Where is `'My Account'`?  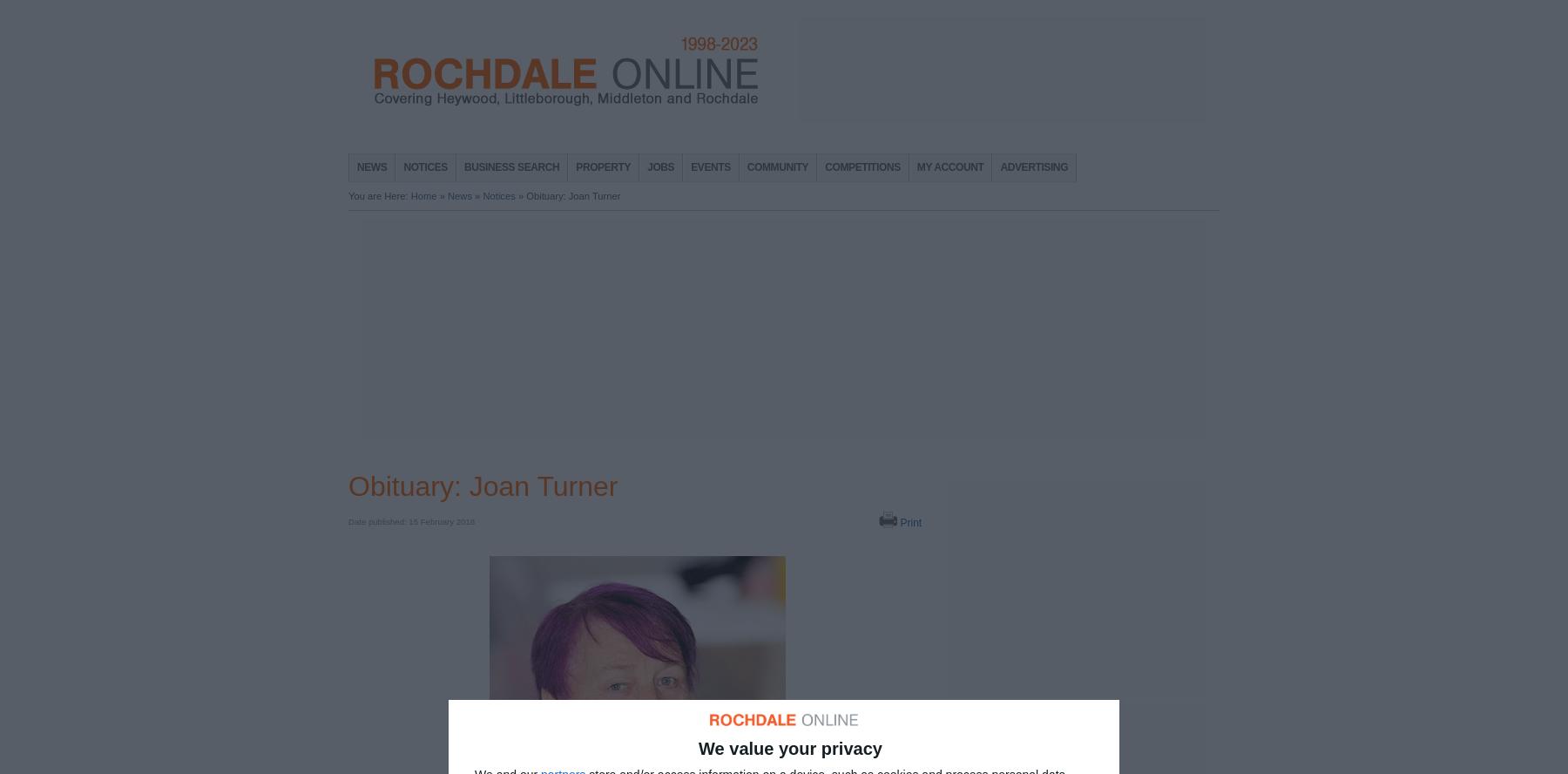 'My Account' is located at coordinates (950, 166).